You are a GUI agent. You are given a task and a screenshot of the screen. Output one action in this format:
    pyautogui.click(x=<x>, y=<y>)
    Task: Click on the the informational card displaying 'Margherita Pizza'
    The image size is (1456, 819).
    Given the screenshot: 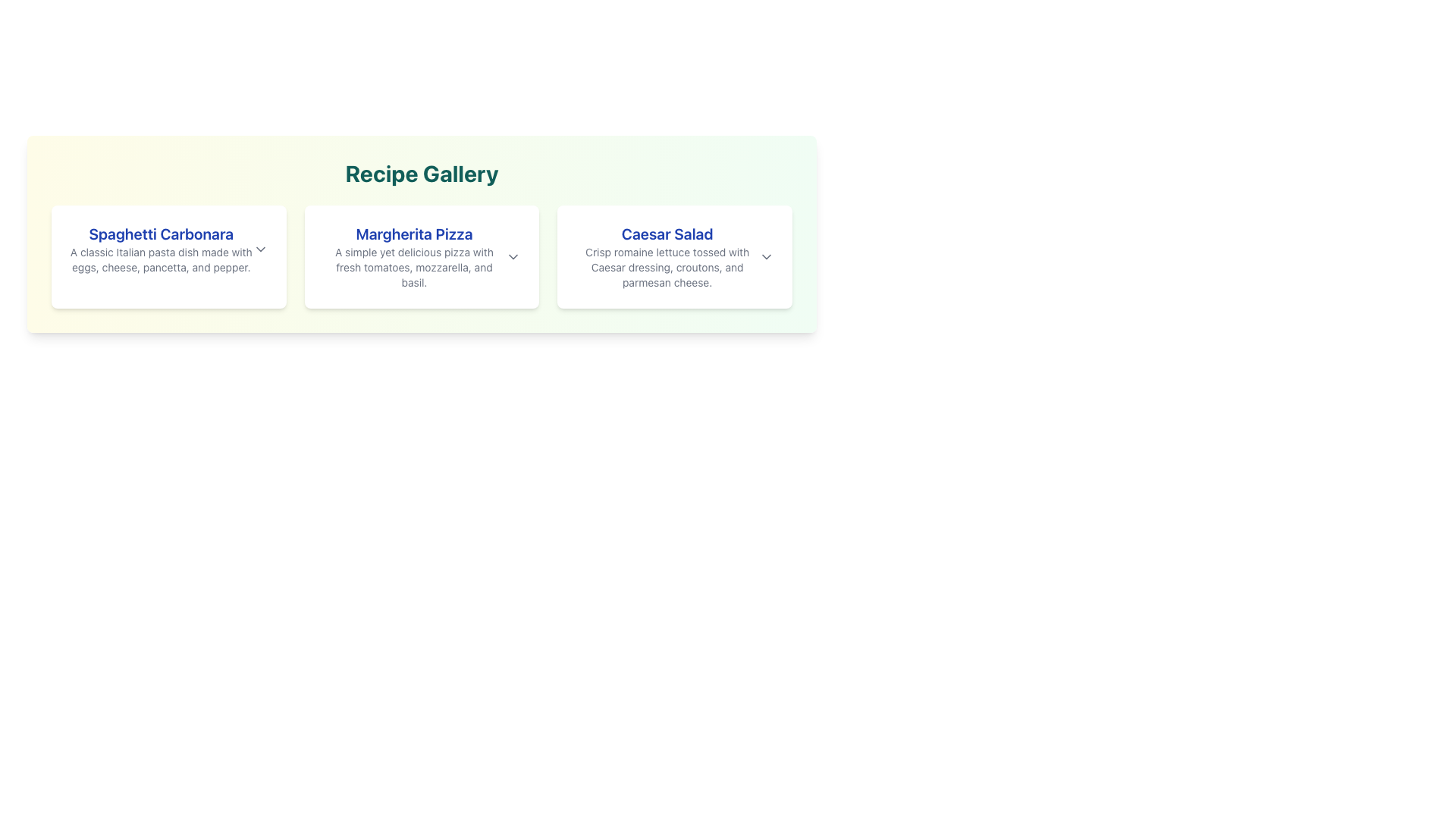 What is the action you would take?
    pyautogui.click(x=422, y=256)
    